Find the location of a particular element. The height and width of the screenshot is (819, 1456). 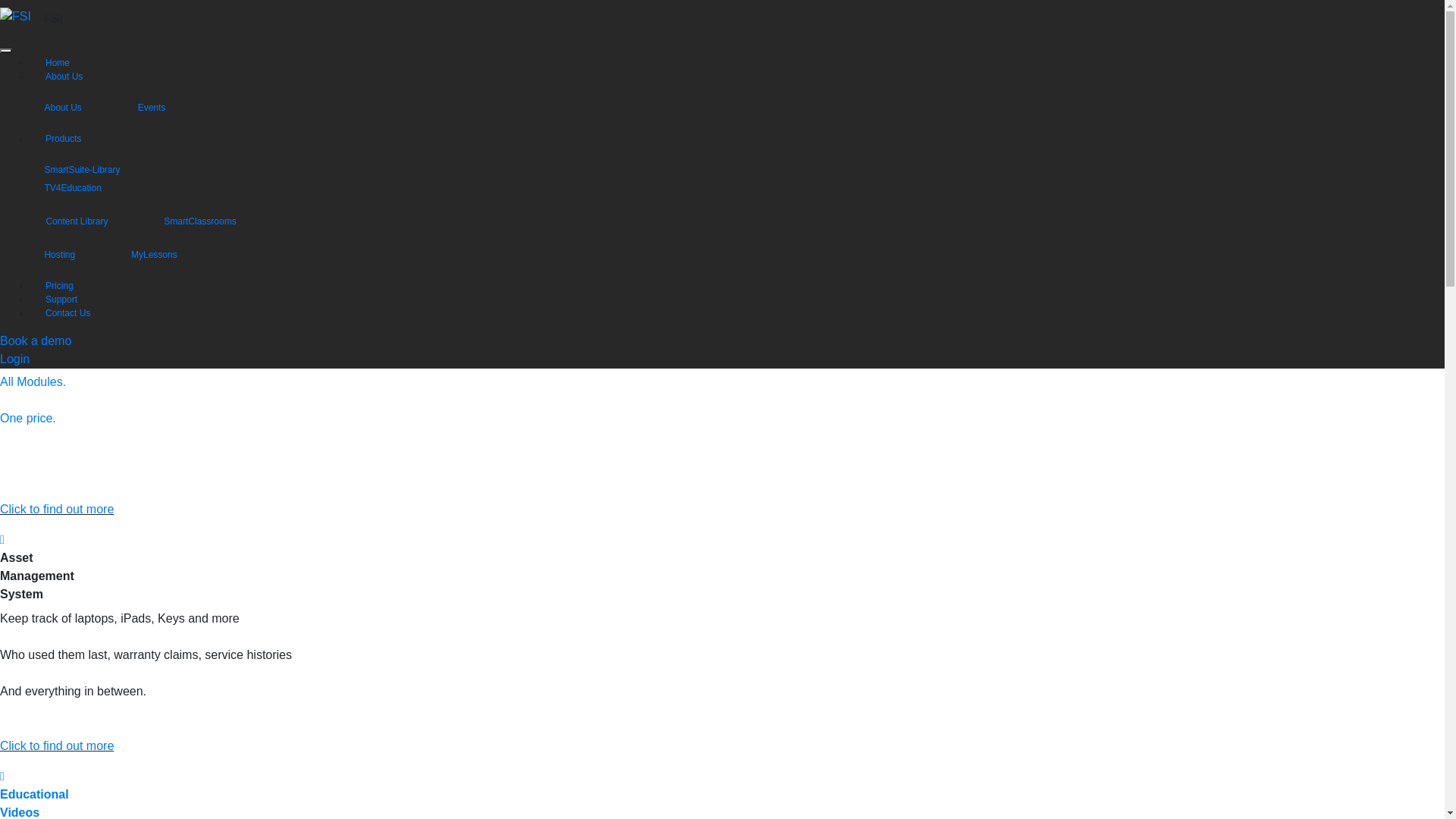

'Home' is located at coordinates (58, 62).